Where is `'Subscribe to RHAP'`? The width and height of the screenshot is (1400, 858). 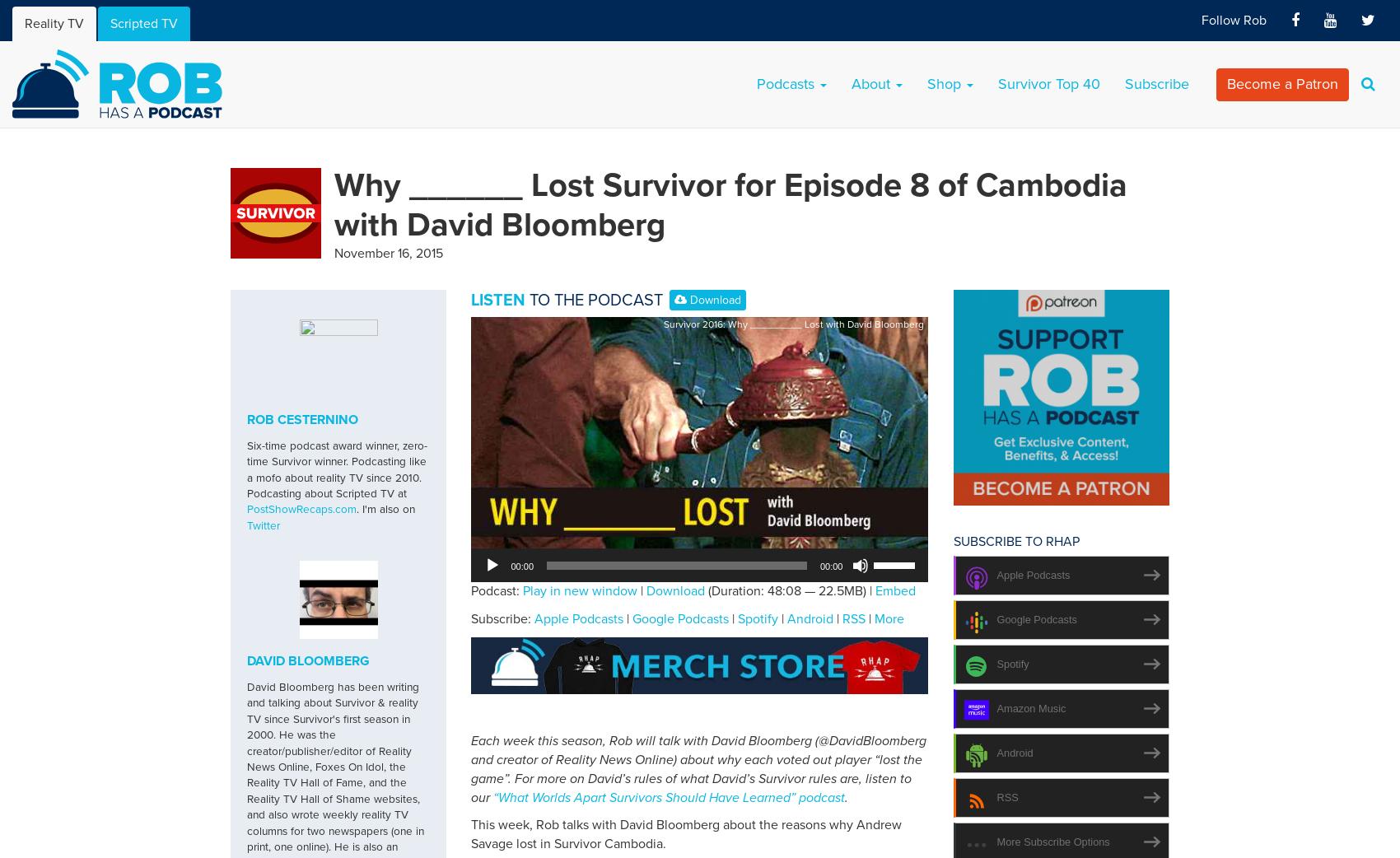
'Subscribe to RHAP' is located at coordinates (1015, 542).